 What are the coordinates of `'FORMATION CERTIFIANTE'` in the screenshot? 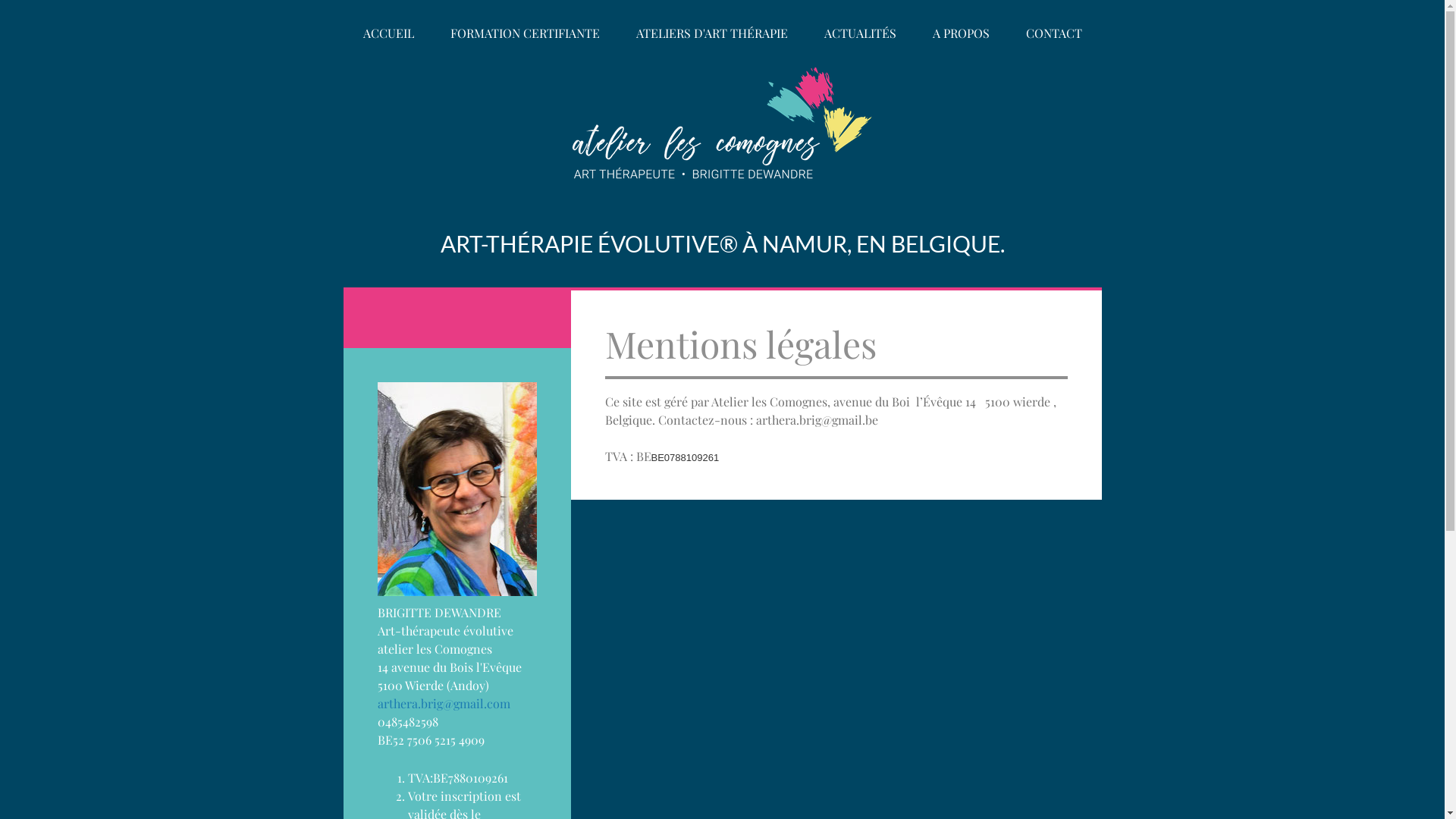 It's located at (525, 34).